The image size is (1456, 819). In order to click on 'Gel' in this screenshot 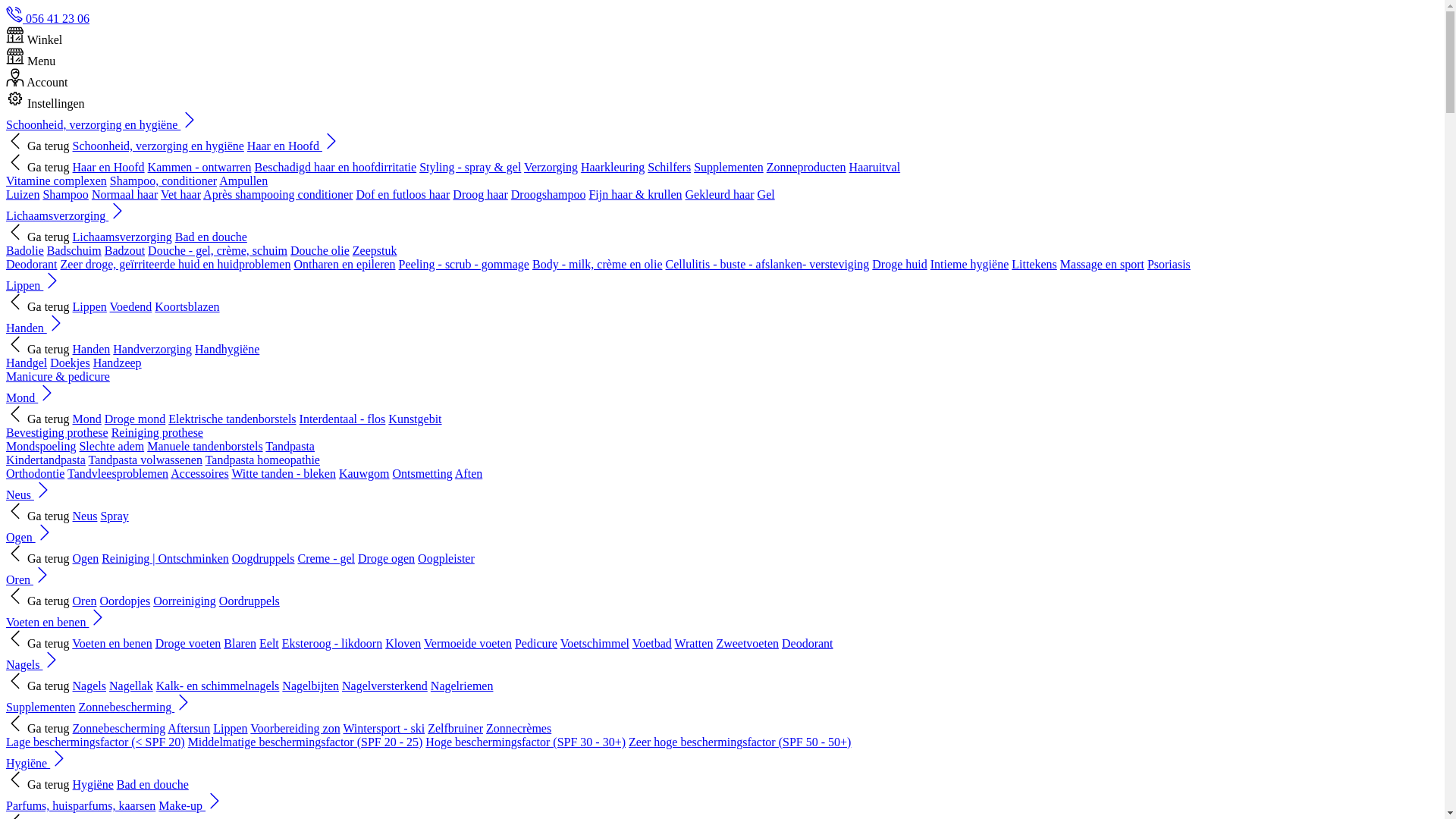, I will do `click(757, 193)`.